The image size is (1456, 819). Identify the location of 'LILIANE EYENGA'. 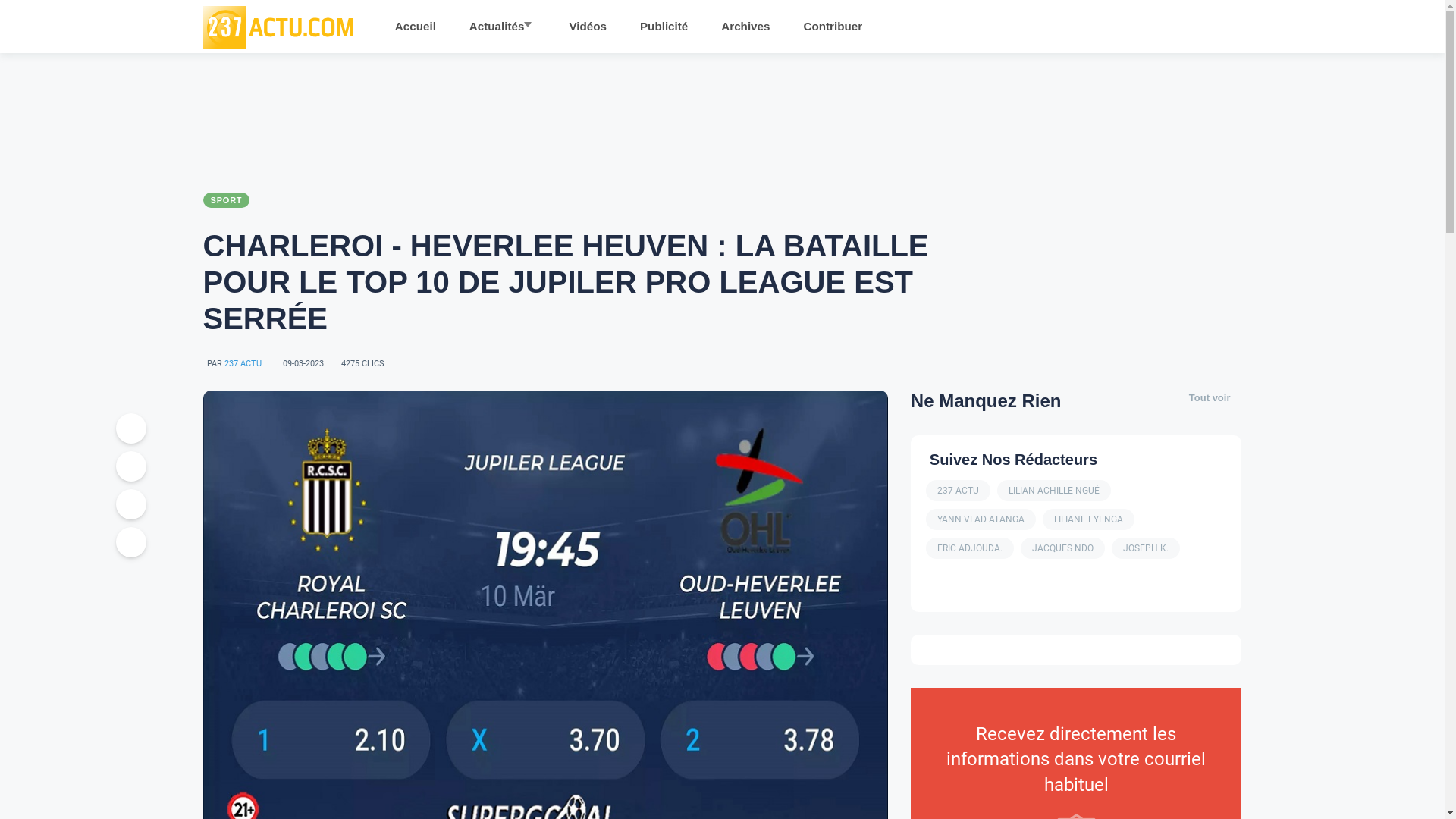
(1087, 519).